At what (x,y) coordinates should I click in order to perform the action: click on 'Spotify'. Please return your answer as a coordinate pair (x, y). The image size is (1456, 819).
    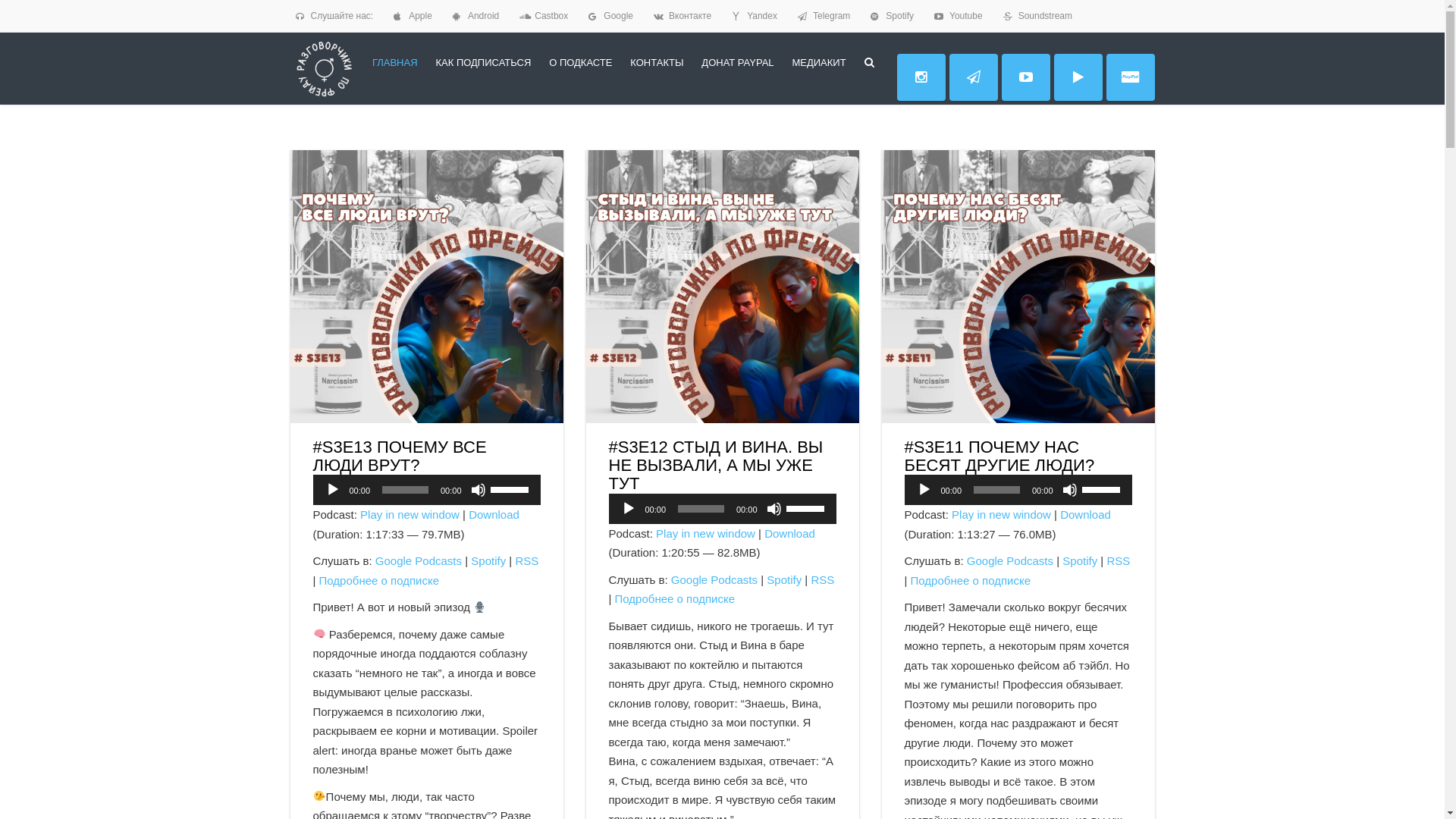
    Looking at the image, I should click on (488, 560).